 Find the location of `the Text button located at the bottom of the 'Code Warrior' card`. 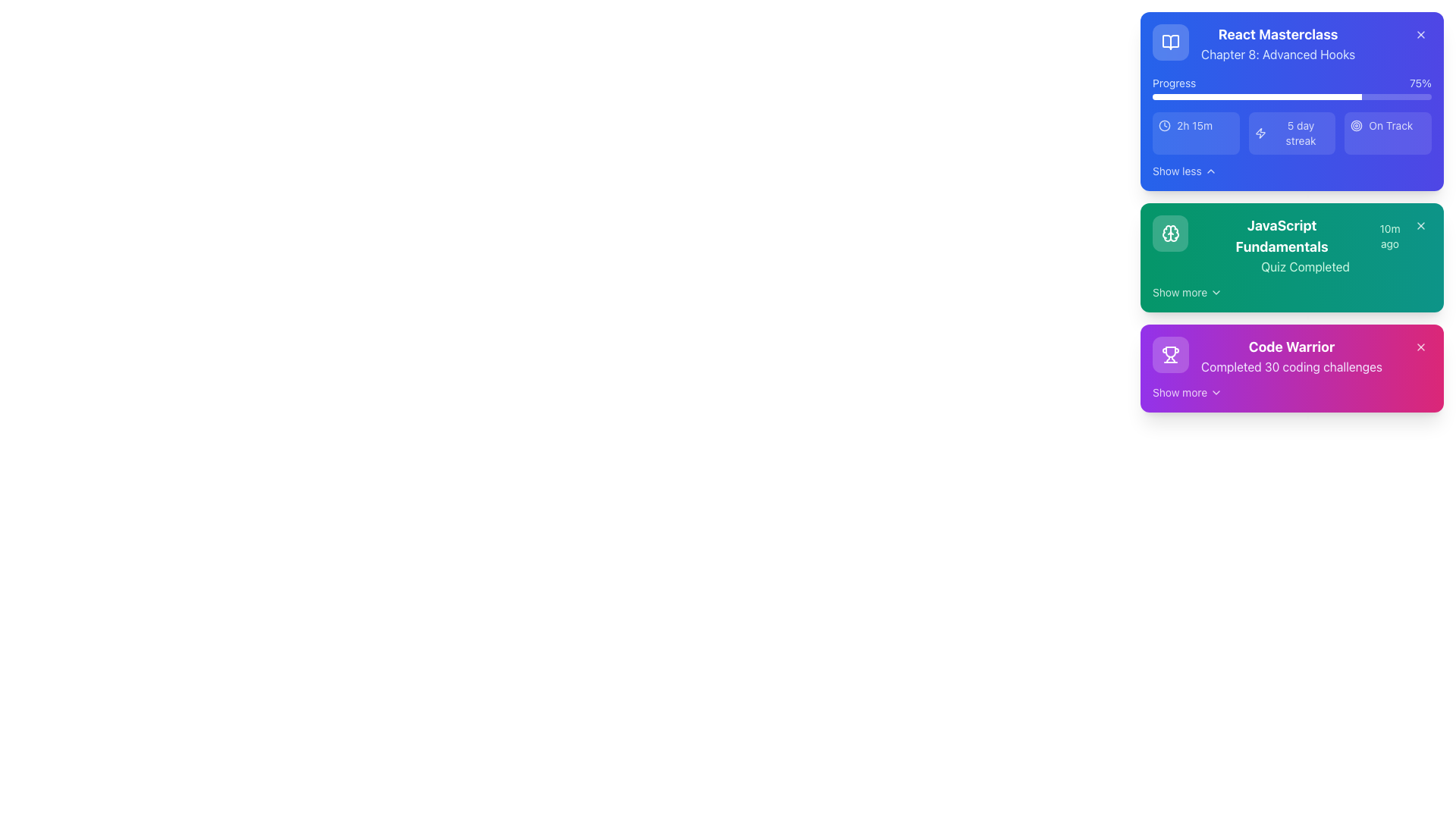

the Text button located at the bottom of the 'Code Warrior' card is located at coordinates (1179, 391).